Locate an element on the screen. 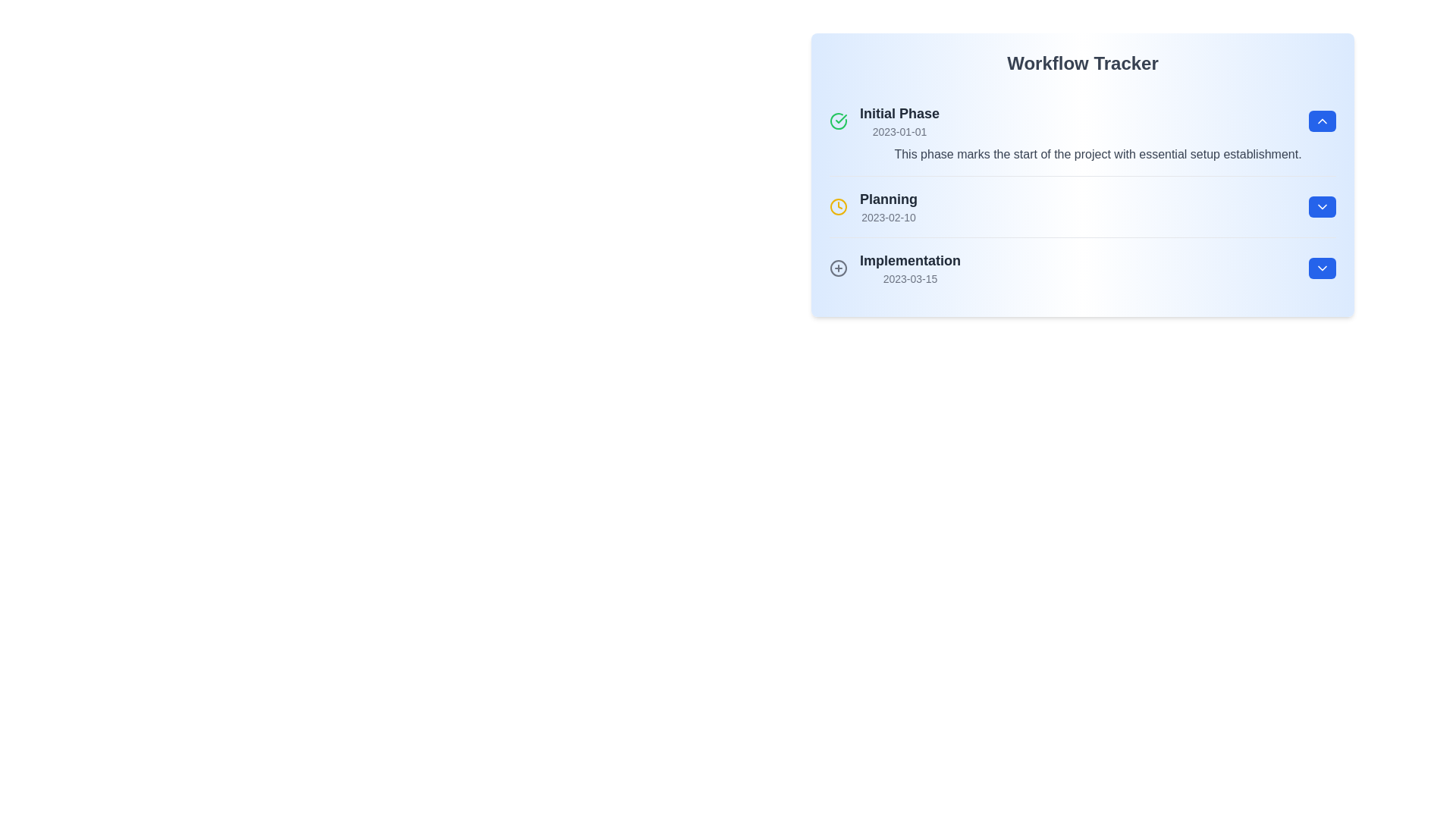 The width and height of the screenshot is (1456, 819). the title 'Implementation' in the Workflow Tracker panel is located at coordinates (895, 268).